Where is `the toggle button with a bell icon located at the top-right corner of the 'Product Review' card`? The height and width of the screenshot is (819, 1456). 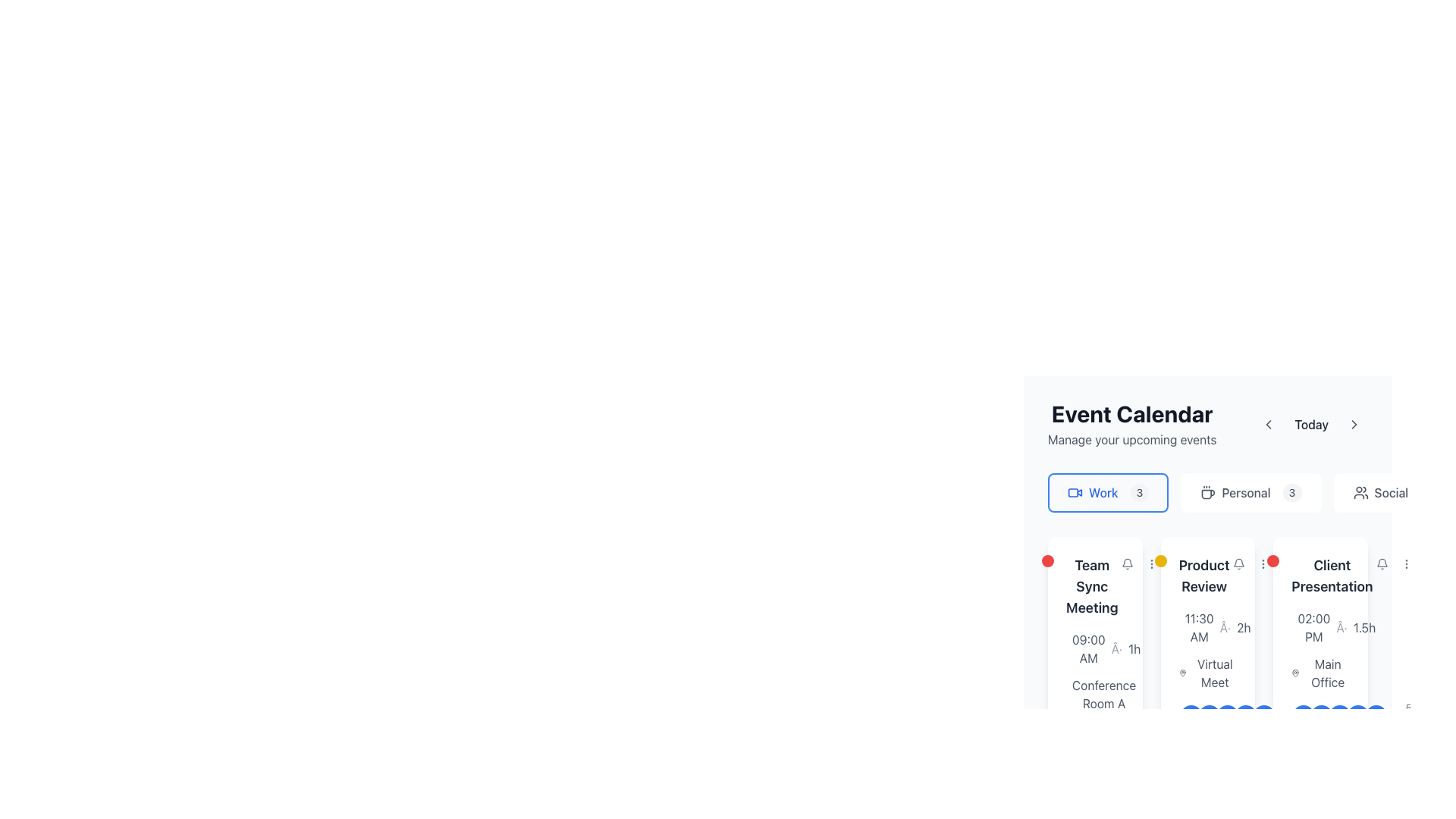 the toggle button with a bell icon located at the top-right corner of the 'Product Review' card is located at coordinates (1238, 564).